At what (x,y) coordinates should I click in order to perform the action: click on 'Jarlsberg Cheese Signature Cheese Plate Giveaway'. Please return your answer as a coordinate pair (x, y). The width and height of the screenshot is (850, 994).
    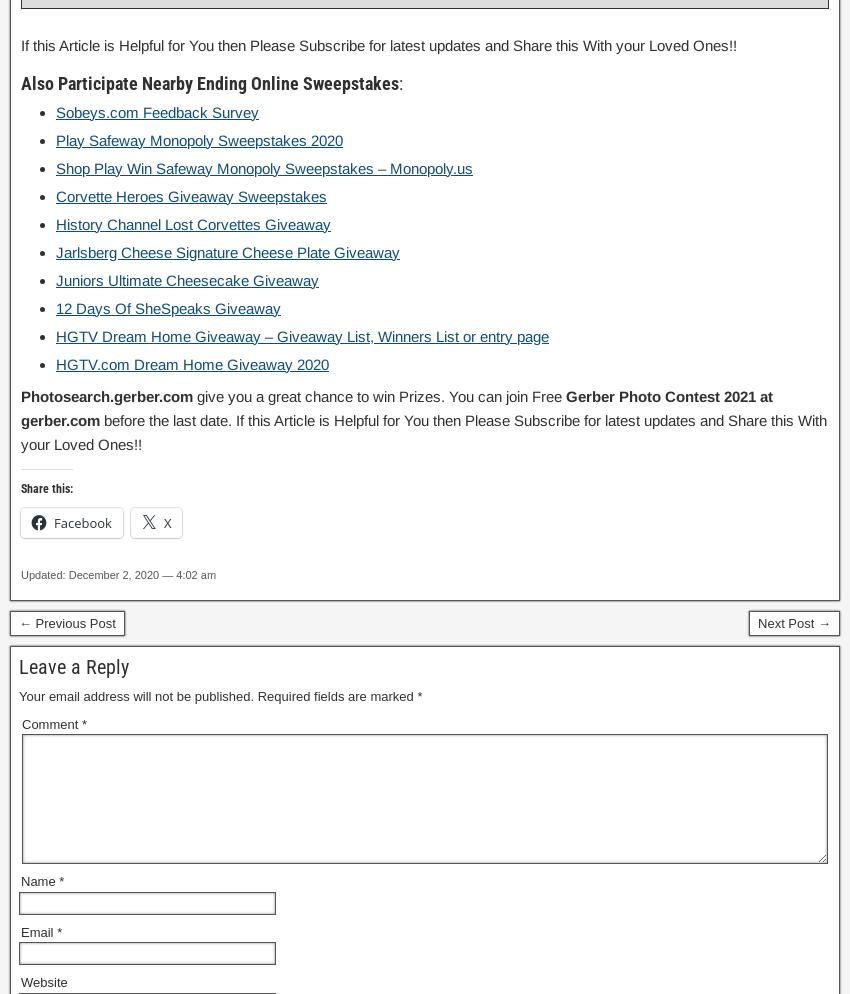
    Looking at the image, I should click on (227, 250).